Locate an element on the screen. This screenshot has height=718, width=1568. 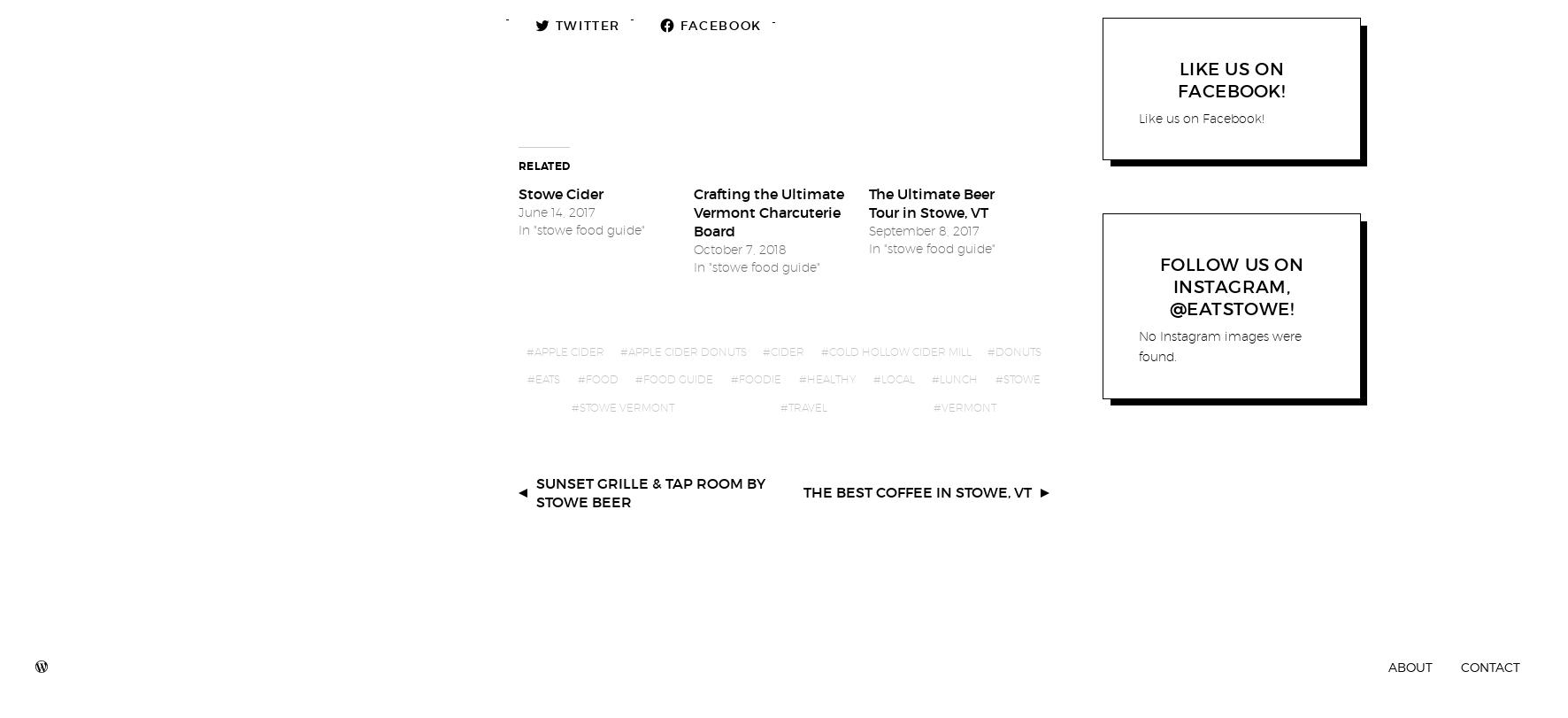
'The Best Coffee in Stowe, VT' is located at coordinates (917, 491).